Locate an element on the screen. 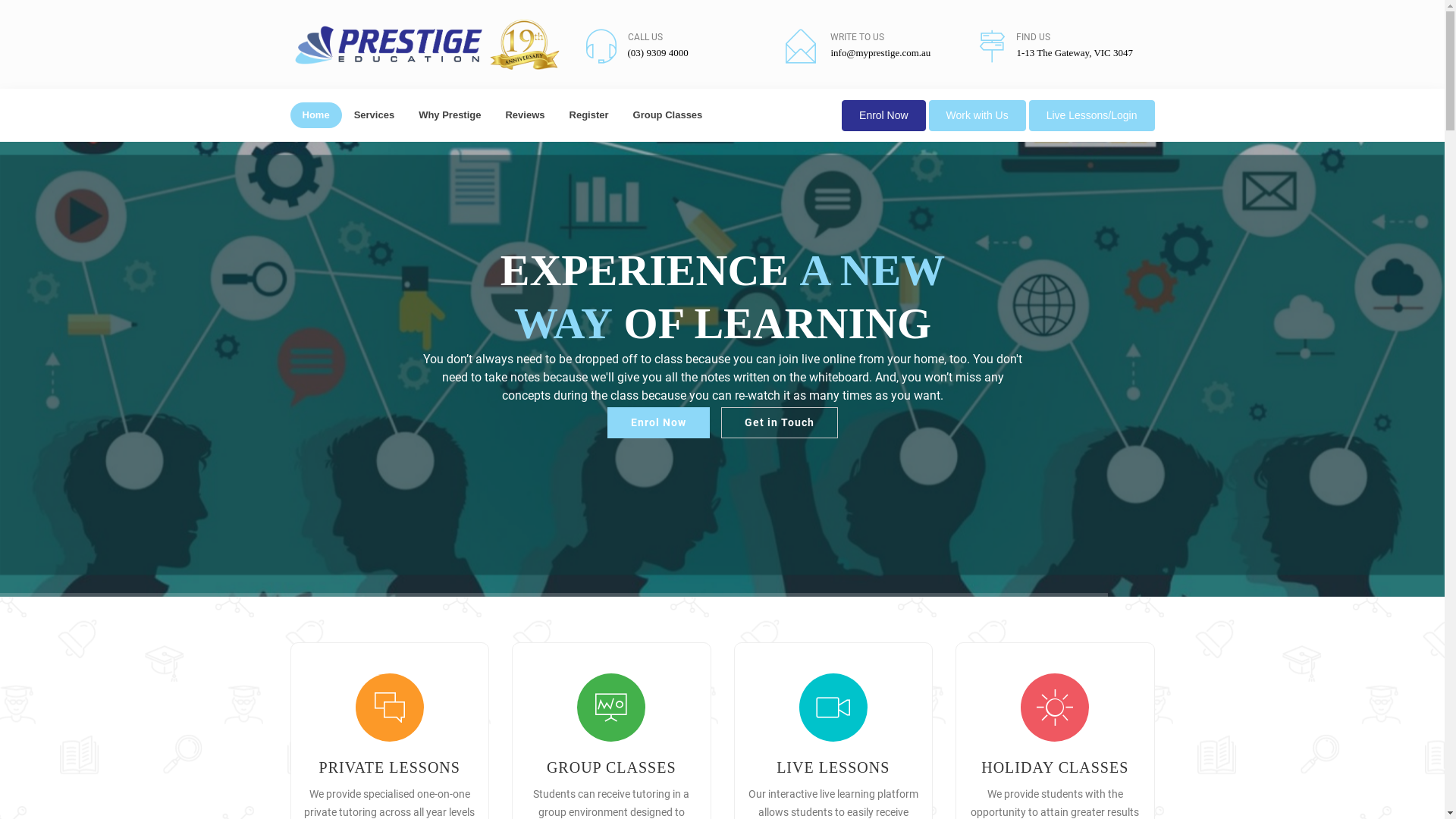  'LIVE LESSONS' is located at coordinates (832, 767).